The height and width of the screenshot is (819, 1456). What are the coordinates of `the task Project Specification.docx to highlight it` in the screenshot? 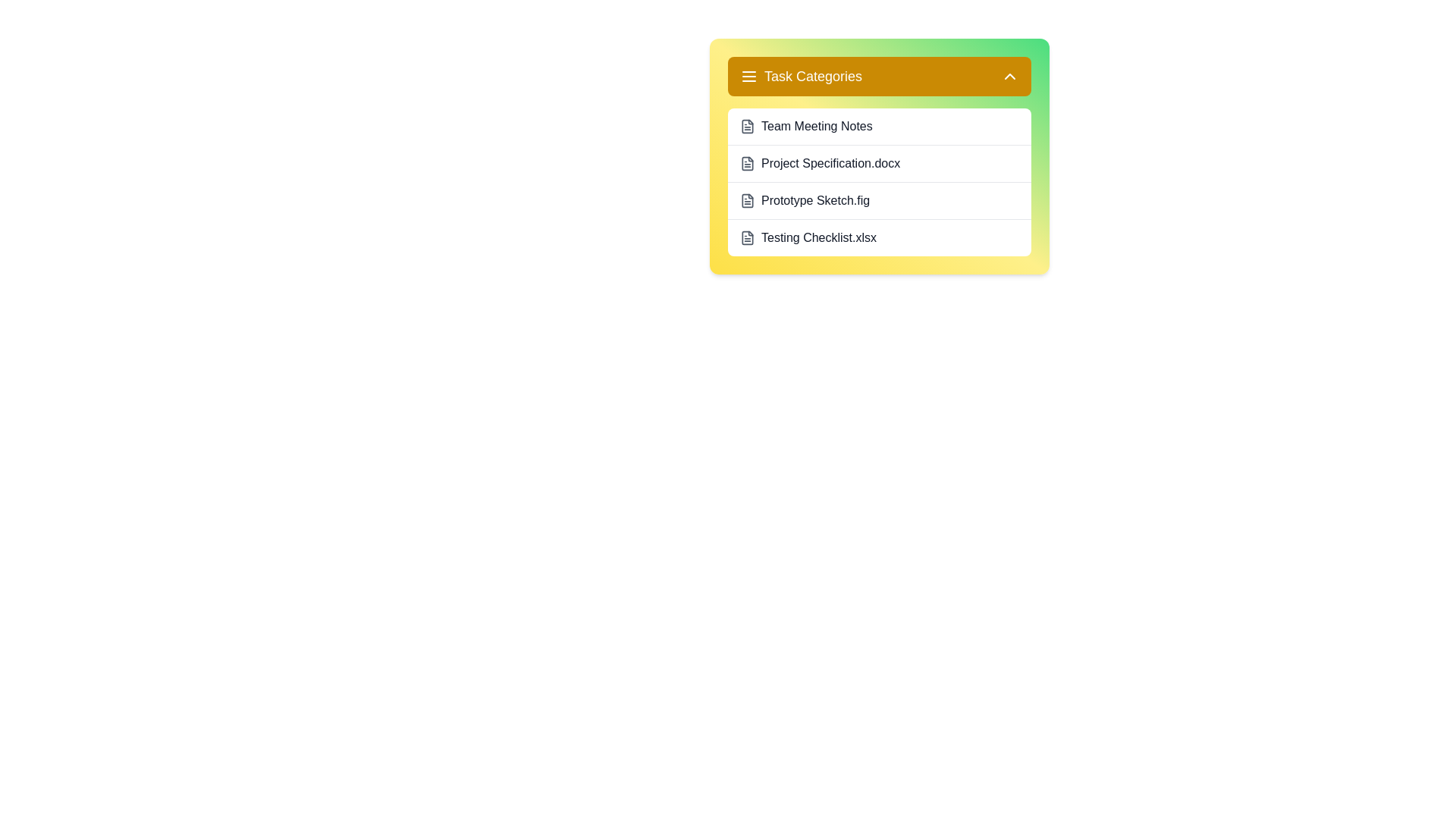 It's located at (880, 163).